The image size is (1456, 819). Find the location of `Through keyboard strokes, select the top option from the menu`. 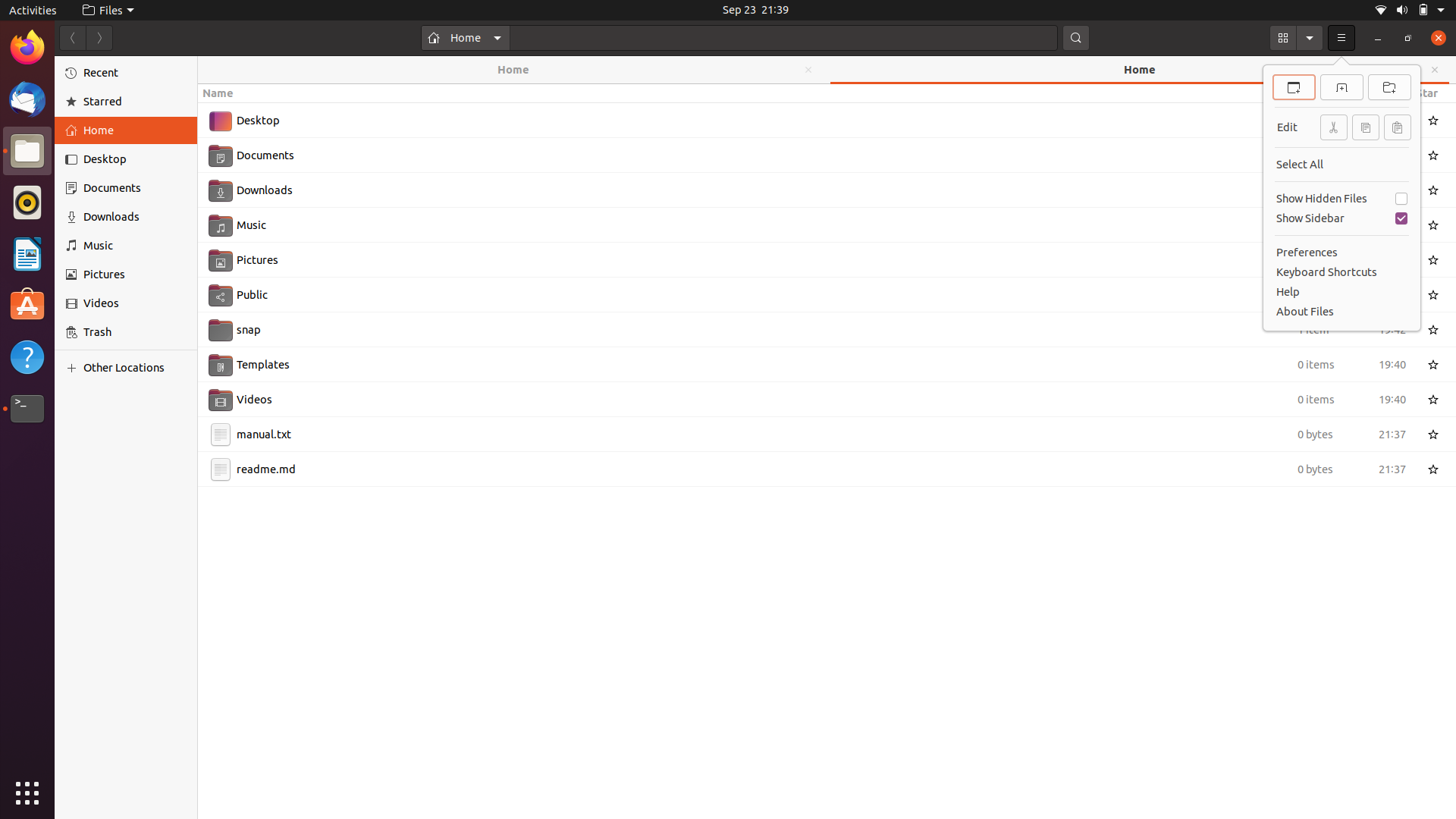

Through keyboard strokes, select the top option from the menu is located at coordinates (1341, 37).